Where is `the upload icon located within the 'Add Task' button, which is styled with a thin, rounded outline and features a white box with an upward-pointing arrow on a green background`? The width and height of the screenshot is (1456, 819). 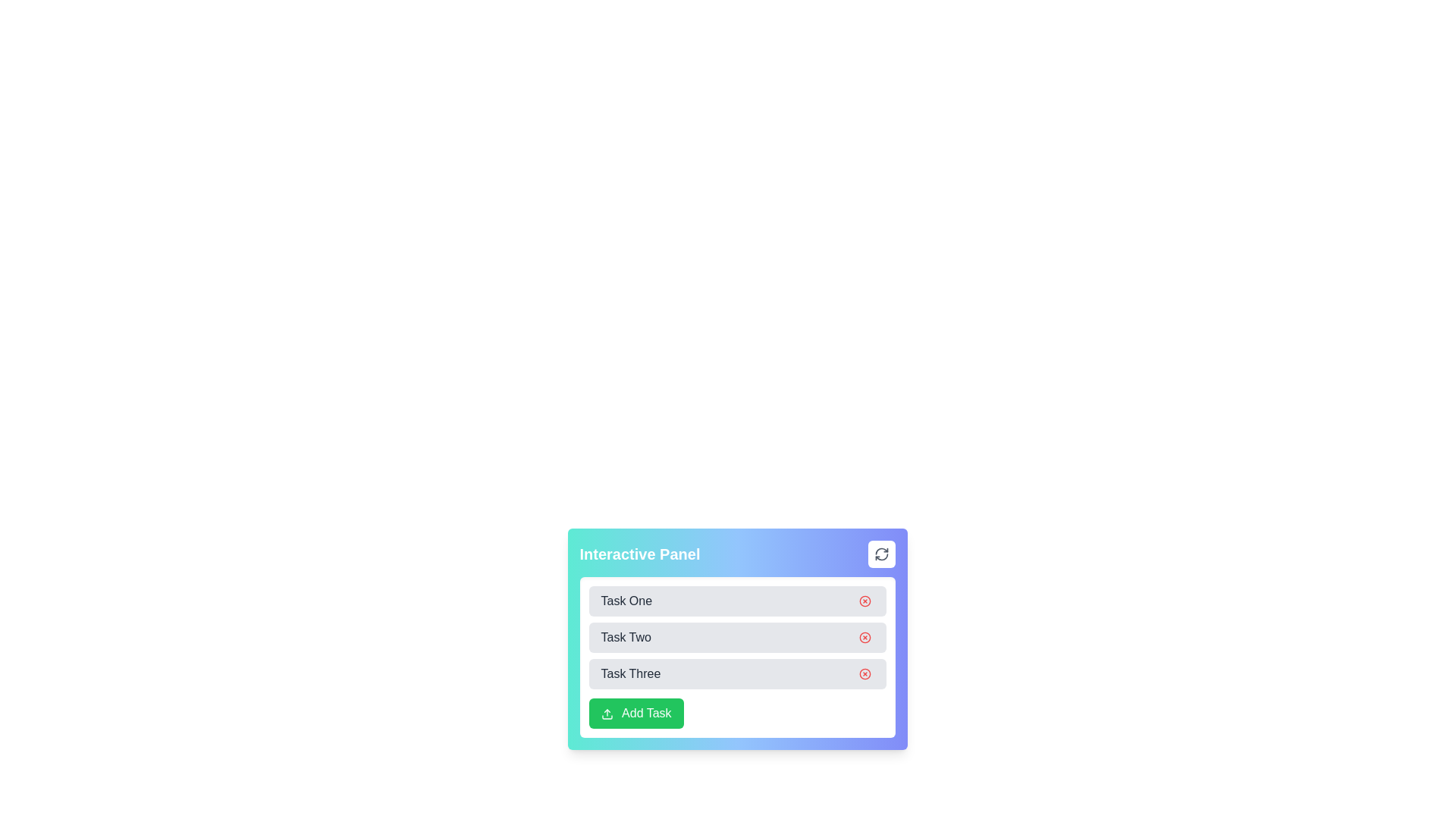 the upload icon located within the 'Add Task' button, which is styled with a thin, rounded outline and features a white box with an upward-pointing arrow on a green background is located at coordinates (607, 714).